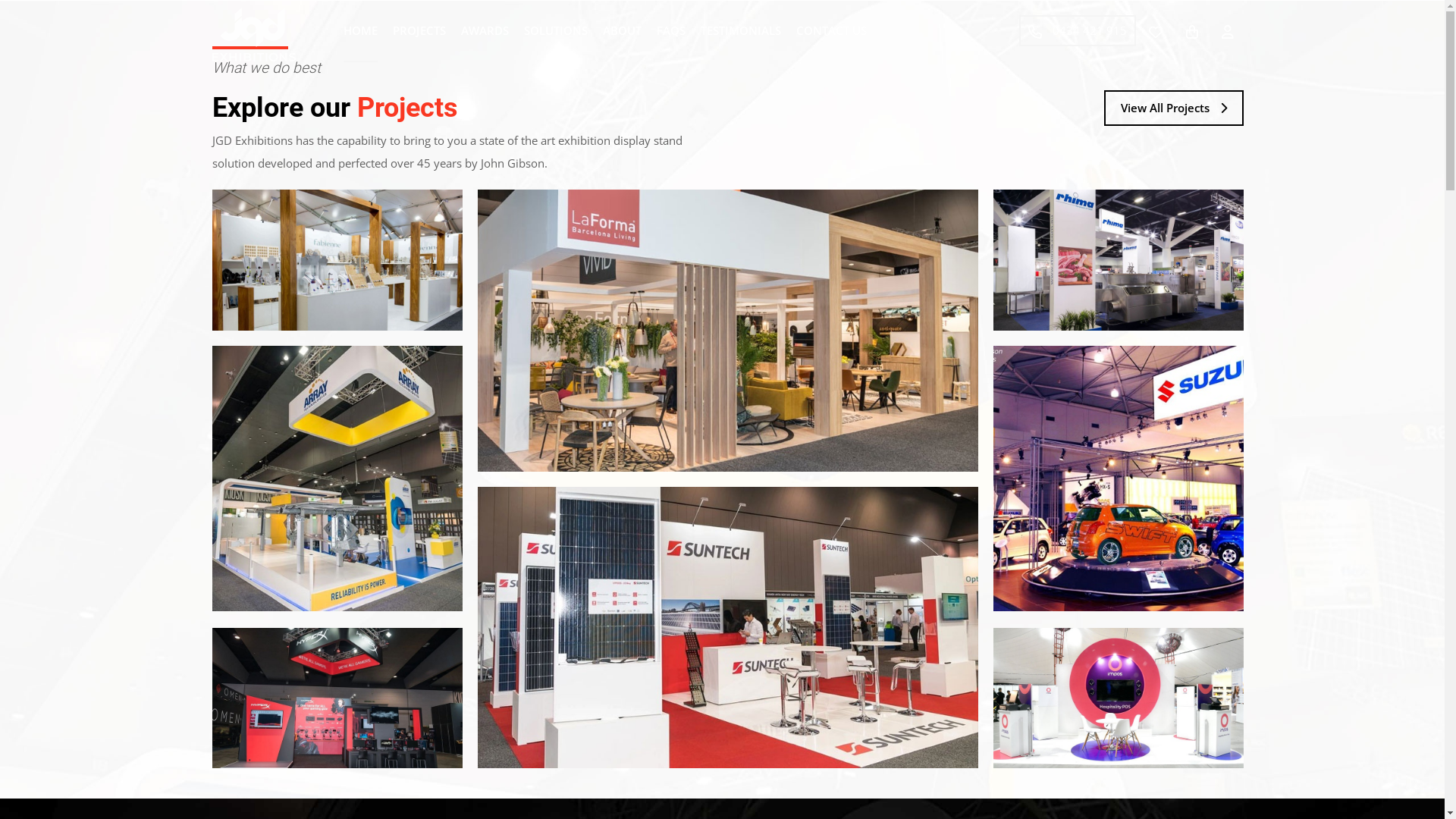 This screenshot has width=1456, height=819. Describe the element at coordinates (1172, 107) in the screenshot. I see `'View All Projects'` at that location.